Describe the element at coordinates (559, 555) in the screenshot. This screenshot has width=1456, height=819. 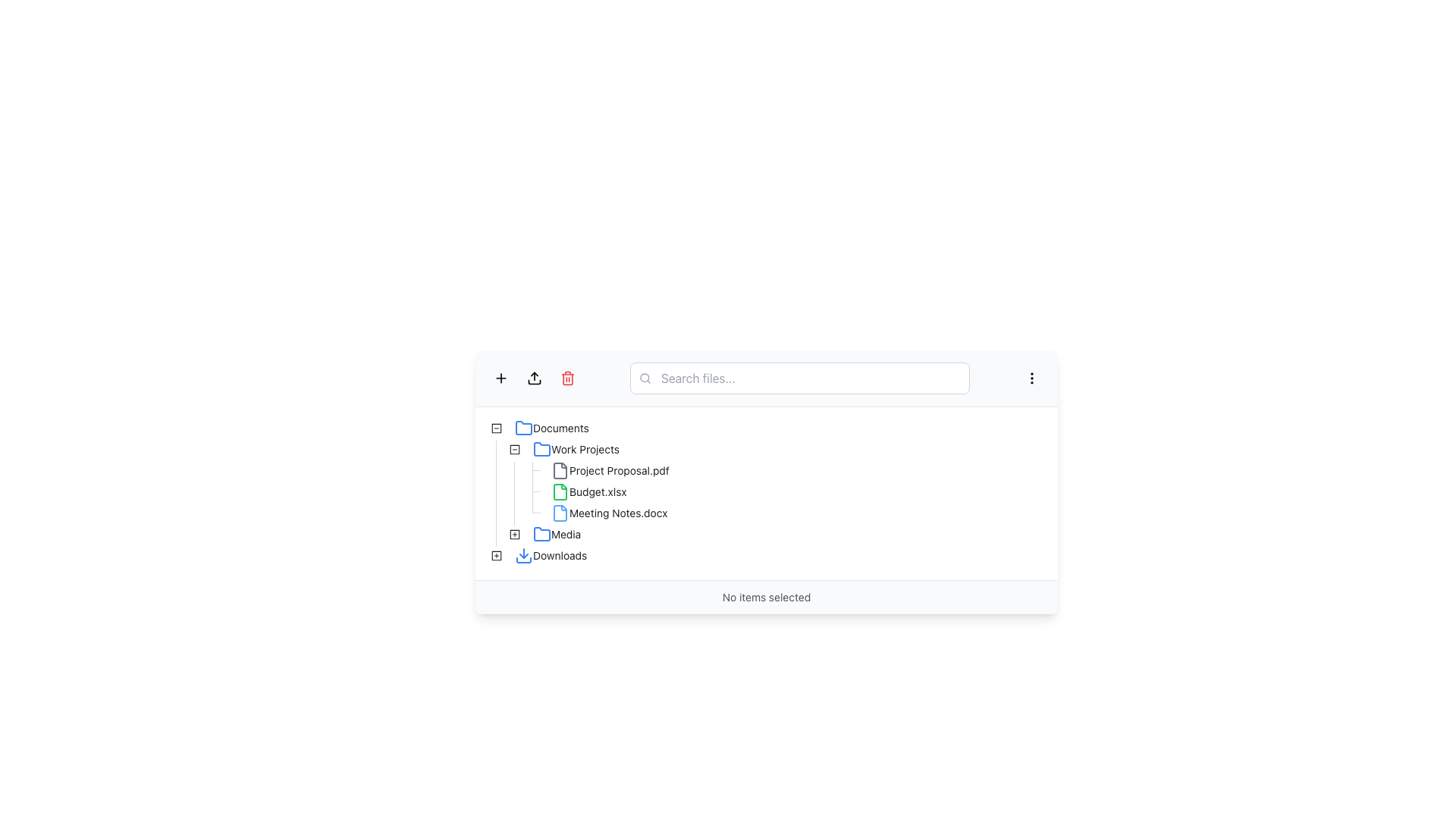
I see `the bold-text label displaying 'Downloads', which is the last node in the tree-like hierarchy structure below 'Media'` at that location.